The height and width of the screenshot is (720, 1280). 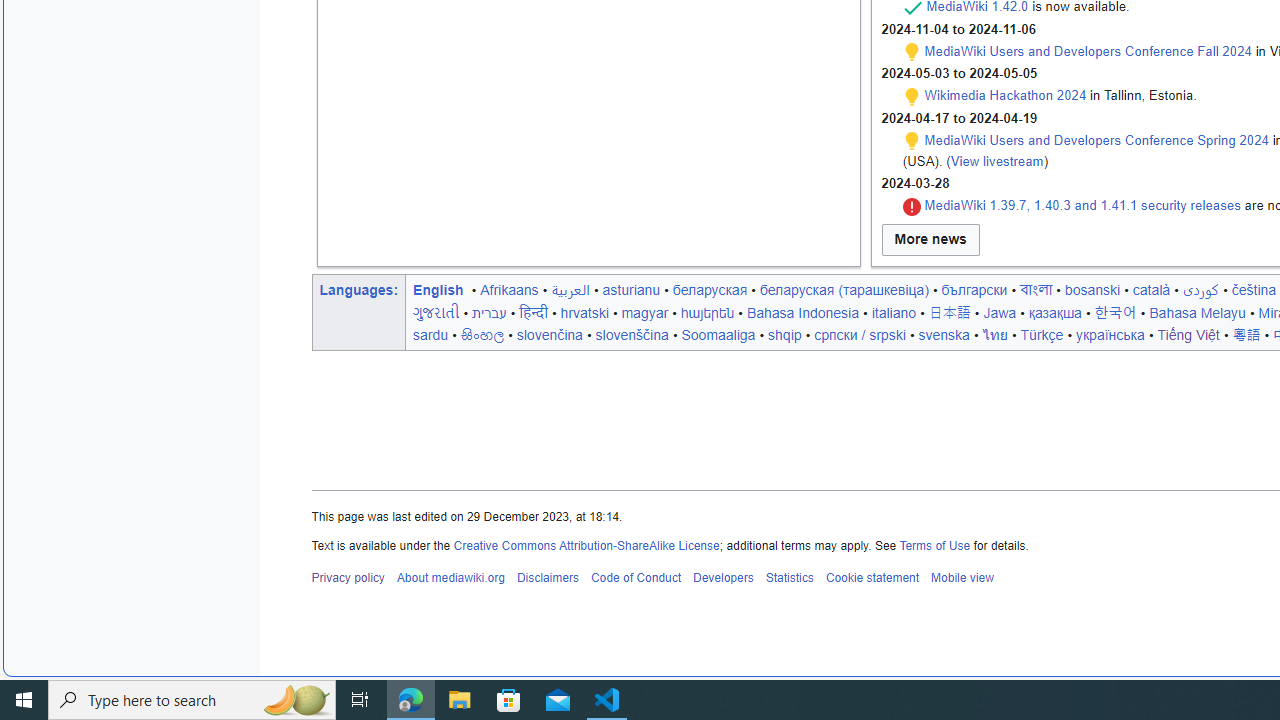 What do you see at coordinates (348, 578) in the screenshot?
I see `'Privacy policy'` at bounding box center [348, 578].